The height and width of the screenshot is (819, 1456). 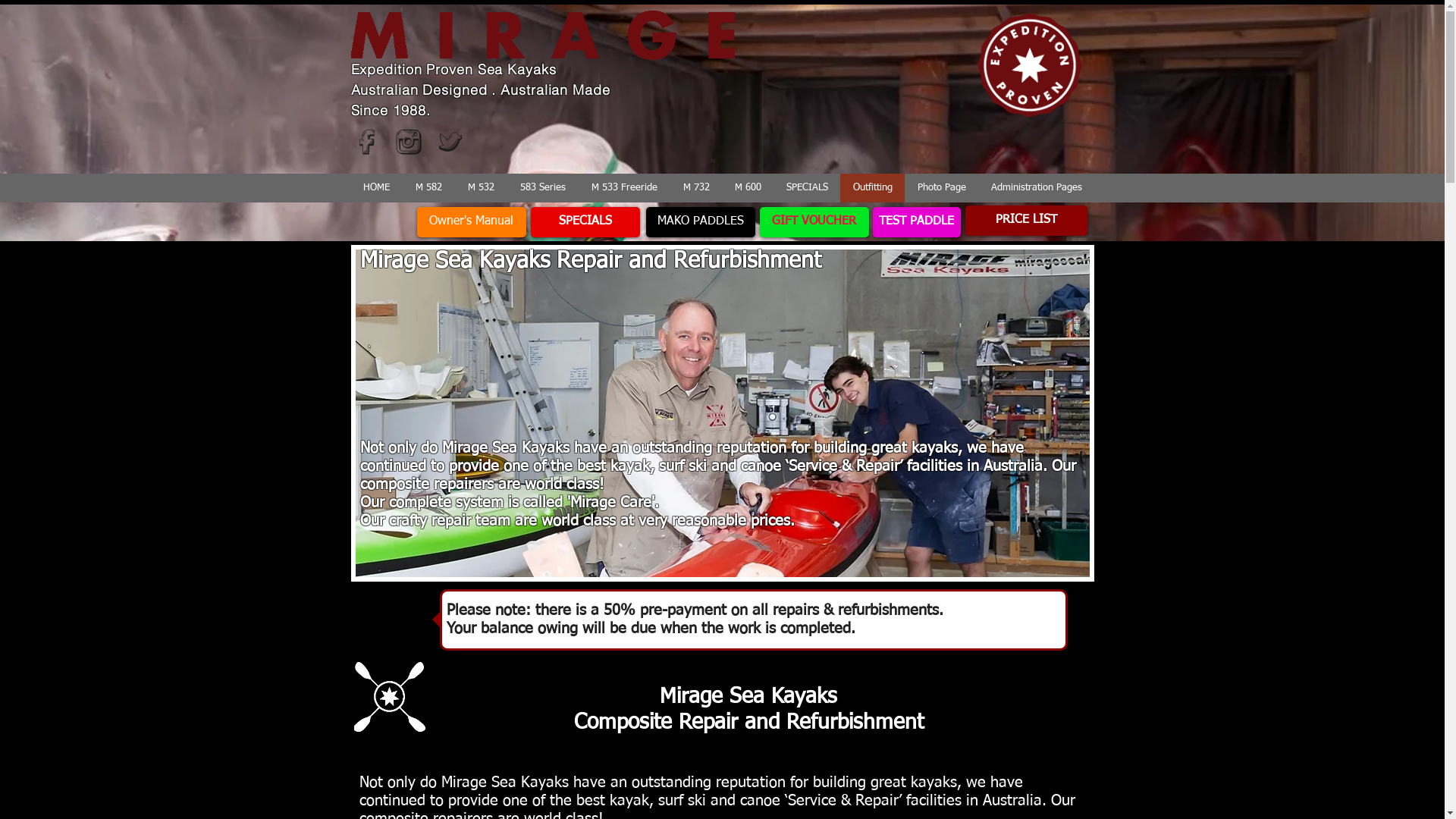 I want to click on 'Administration Pages', so click(x=978, y=187).